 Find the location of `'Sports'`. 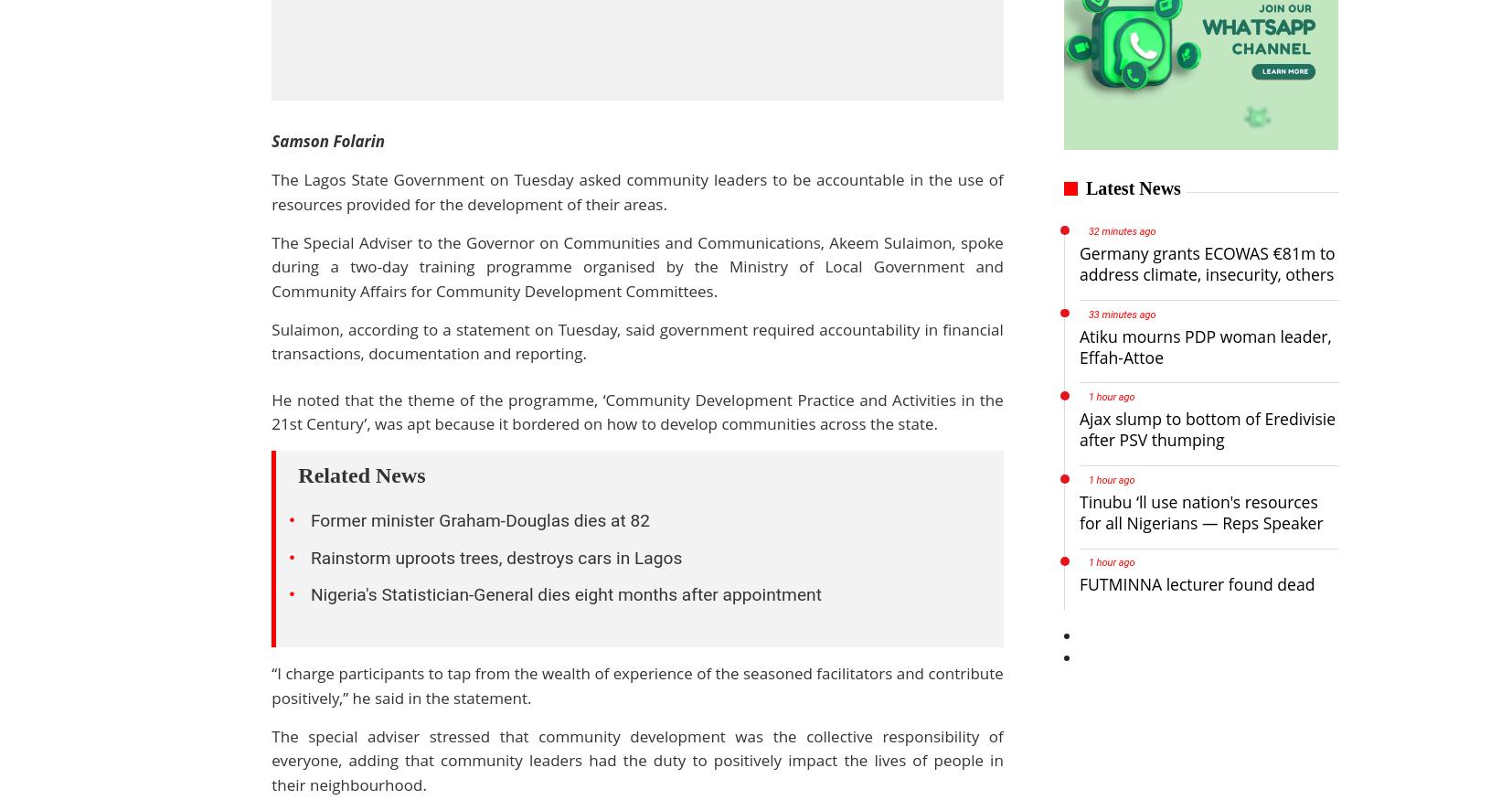

'Sports' is located at coordinates (194, 716).